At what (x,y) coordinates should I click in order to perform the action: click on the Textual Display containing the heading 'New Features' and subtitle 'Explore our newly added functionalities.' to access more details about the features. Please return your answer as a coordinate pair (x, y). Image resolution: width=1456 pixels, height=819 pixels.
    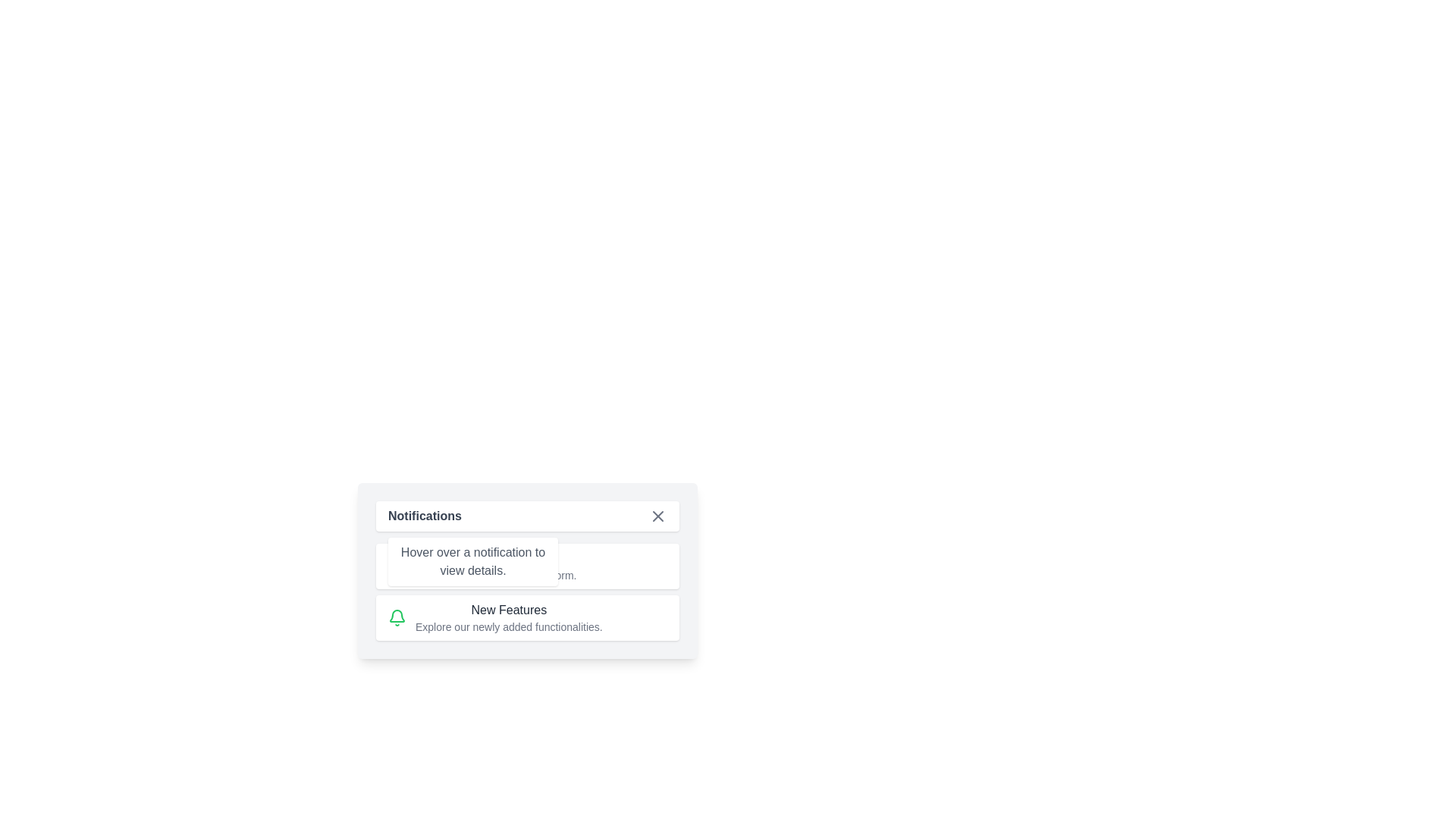
    Looking at the image, I should click on (509, 617).